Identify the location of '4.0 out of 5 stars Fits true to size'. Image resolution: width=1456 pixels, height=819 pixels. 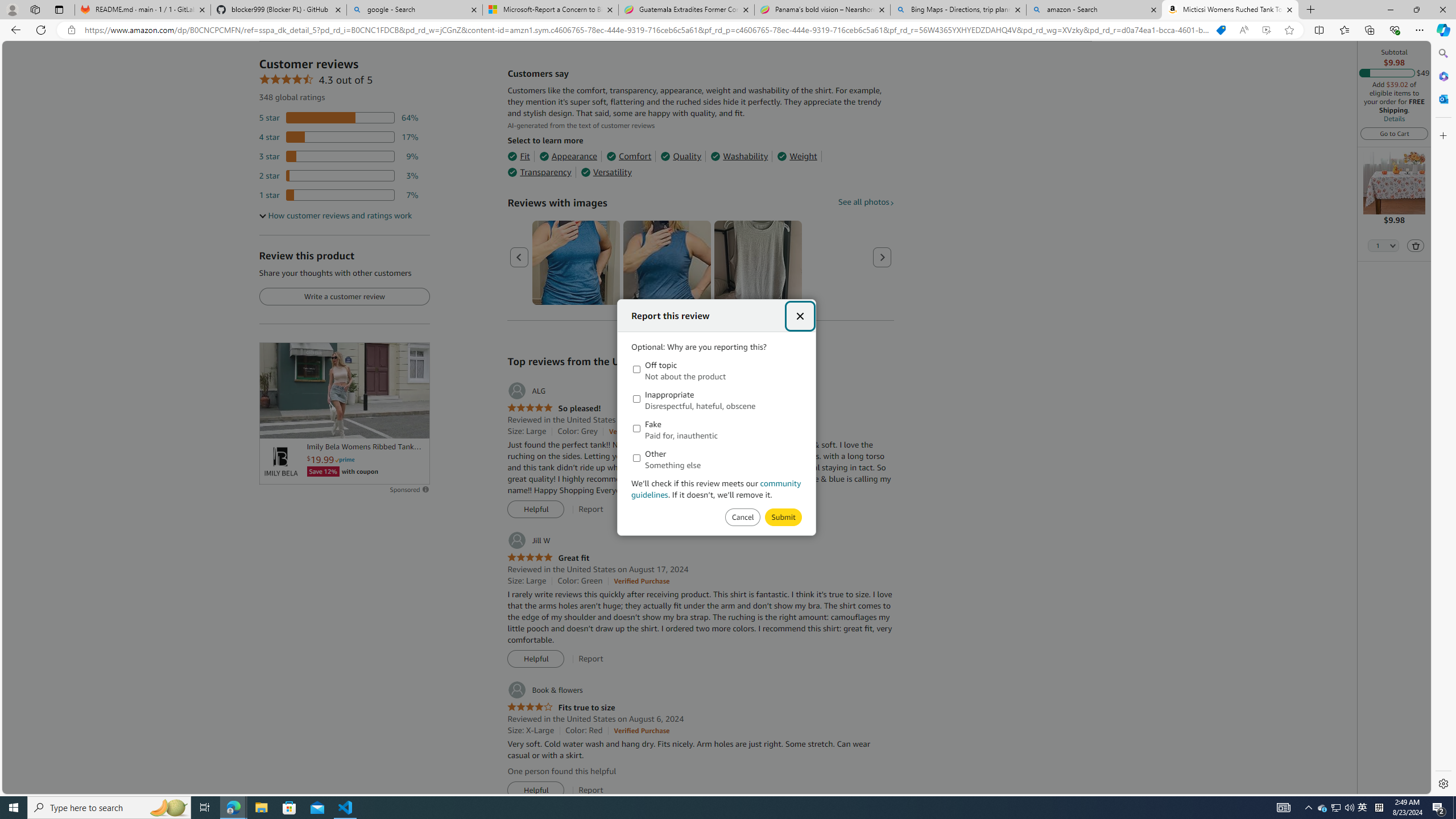
(561, 708).